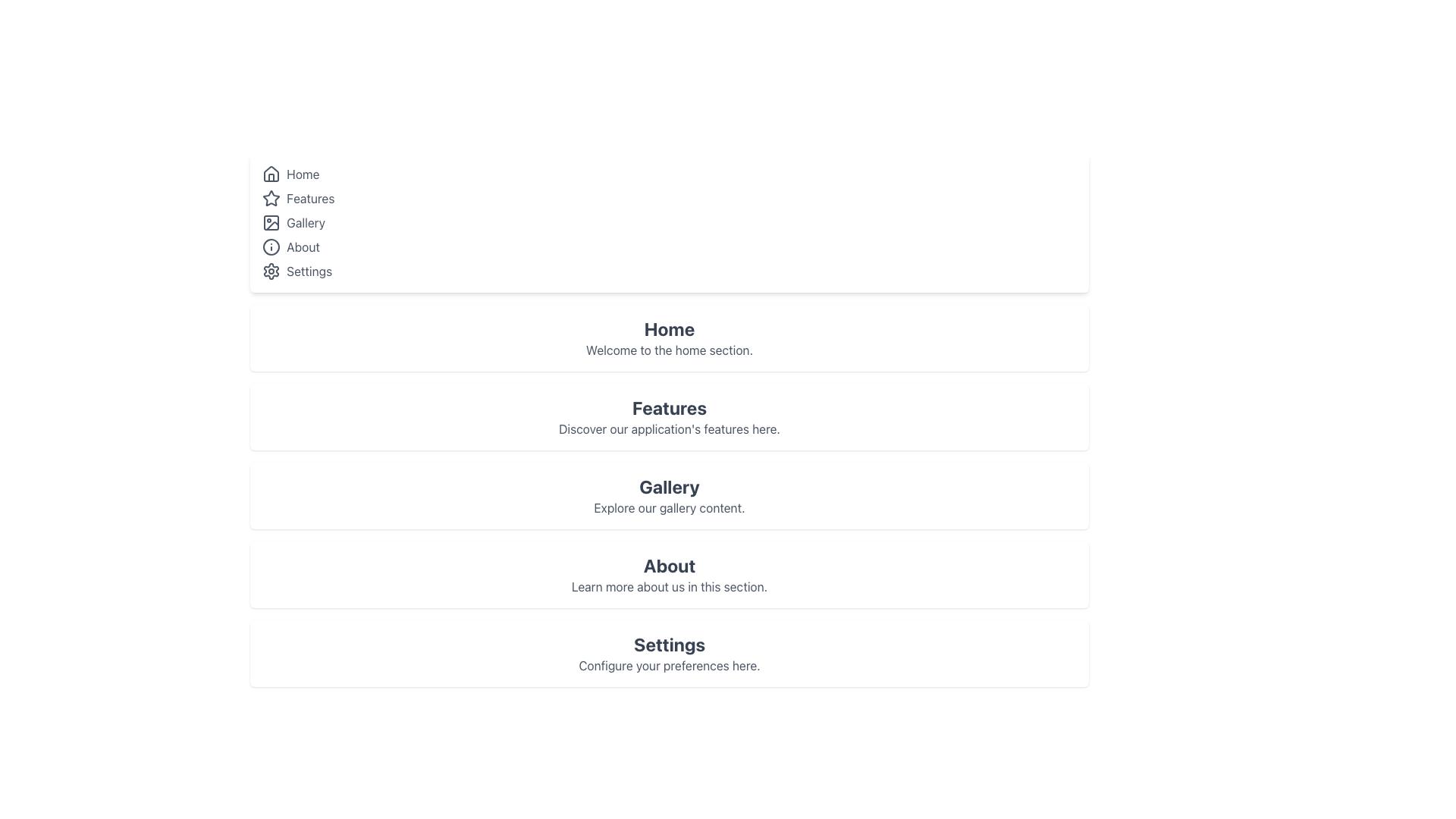  I want to click on the 'About' icon, which is an outlined circle with a lowercase 'i' inside, located in the vertical navigation menu as the fourth icon, so click(271, 246).